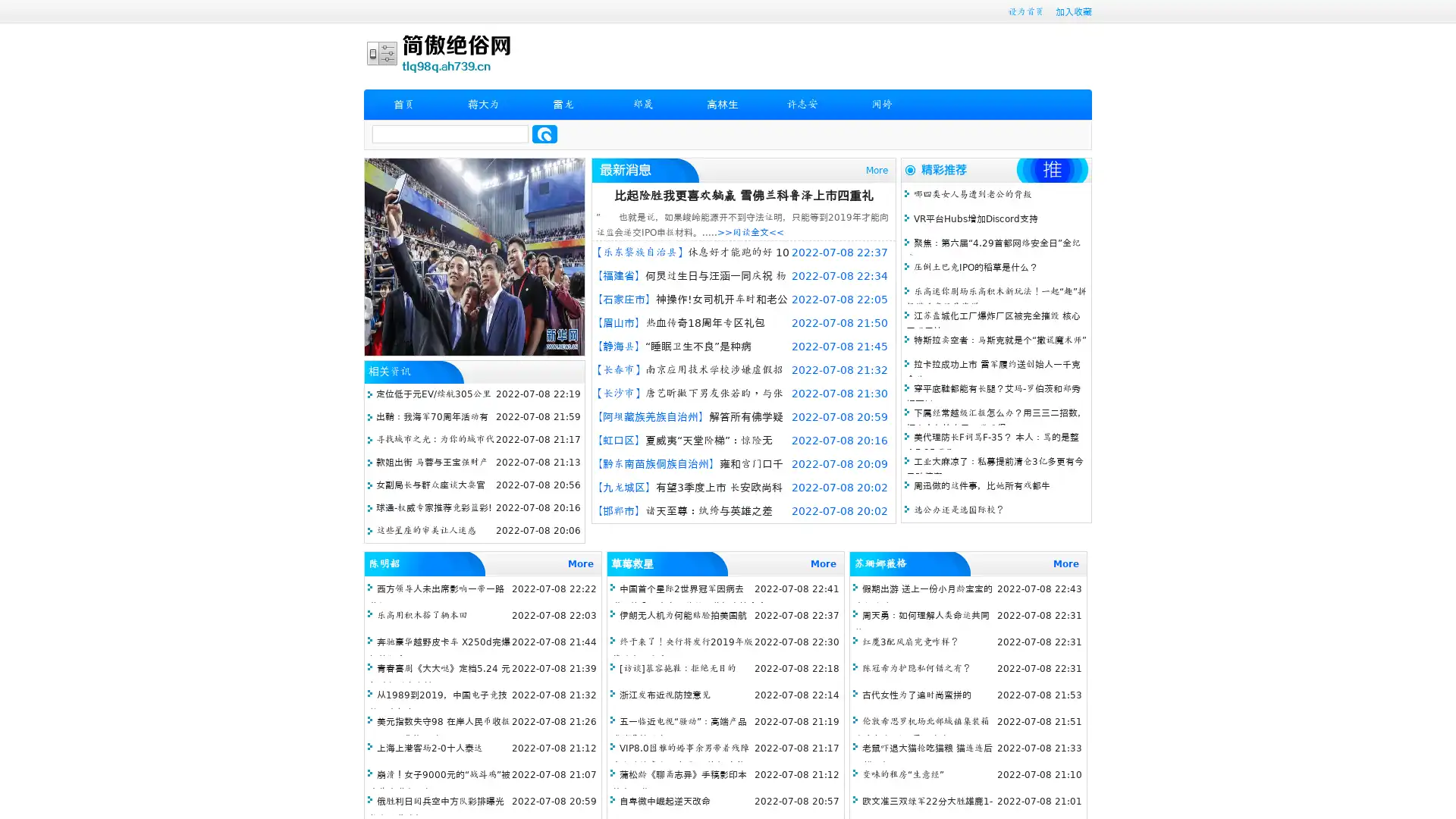 Image resolution: width=1456 pixels, height=819 pixels. What do you see at coordinates (544, 133) in the screenshot?
I see `Search` at bounding box center [544, 133].